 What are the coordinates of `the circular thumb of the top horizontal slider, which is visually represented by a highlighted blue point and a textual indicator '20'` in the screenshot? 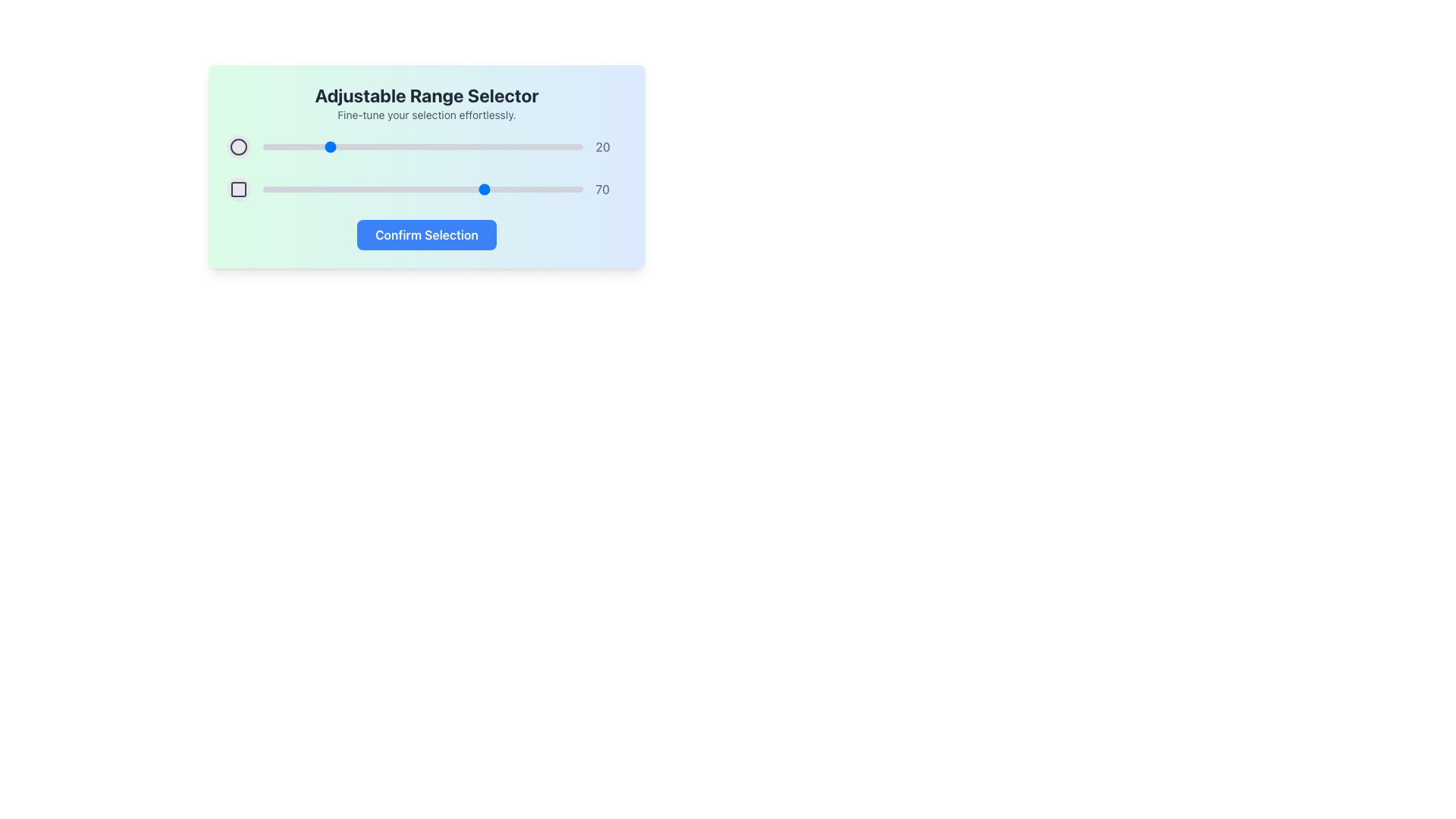 It's located at (425, 146).